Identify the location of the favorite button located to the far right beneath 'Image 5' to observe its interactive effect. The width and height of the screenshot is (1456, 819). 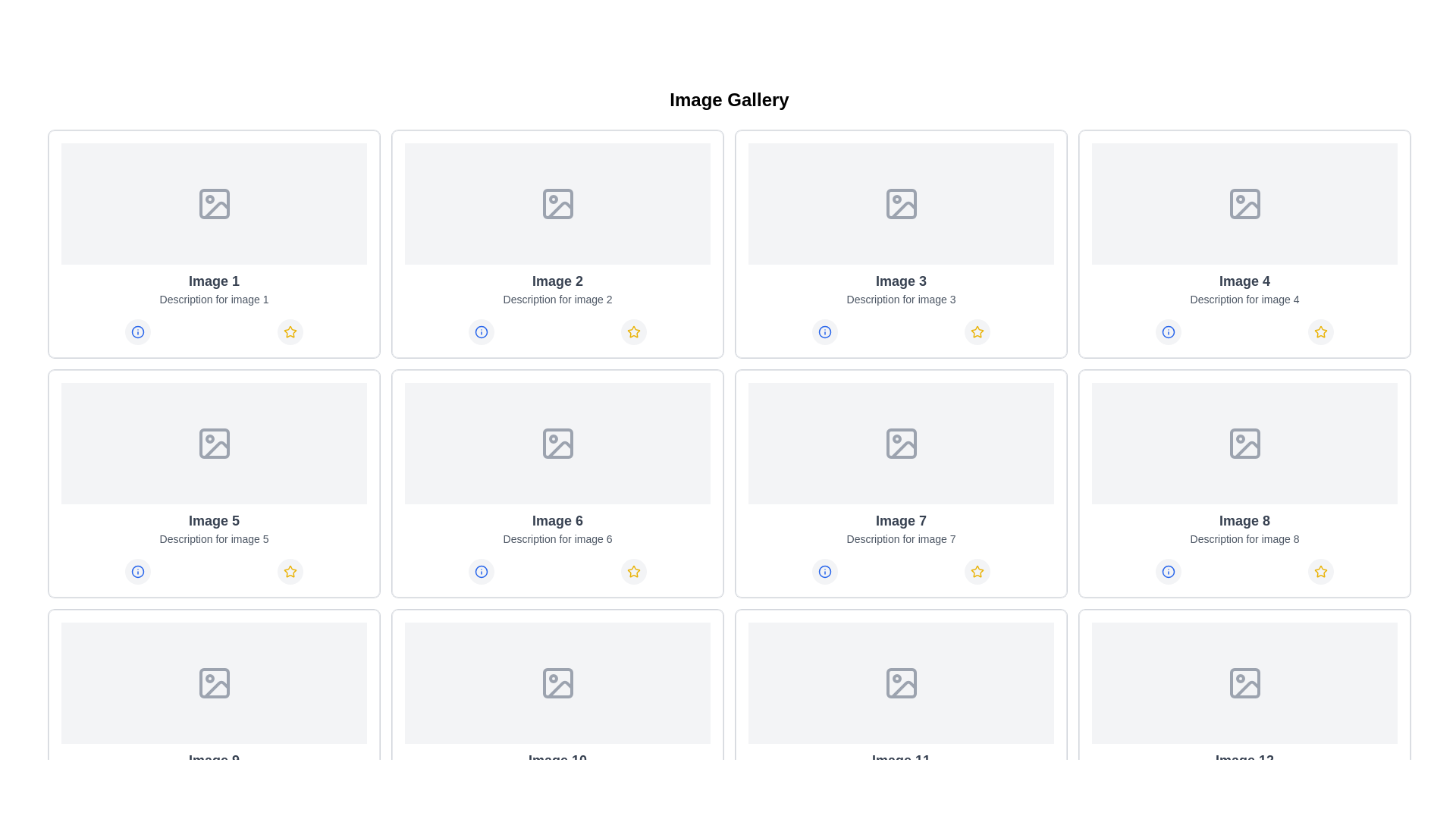
(290, 571).